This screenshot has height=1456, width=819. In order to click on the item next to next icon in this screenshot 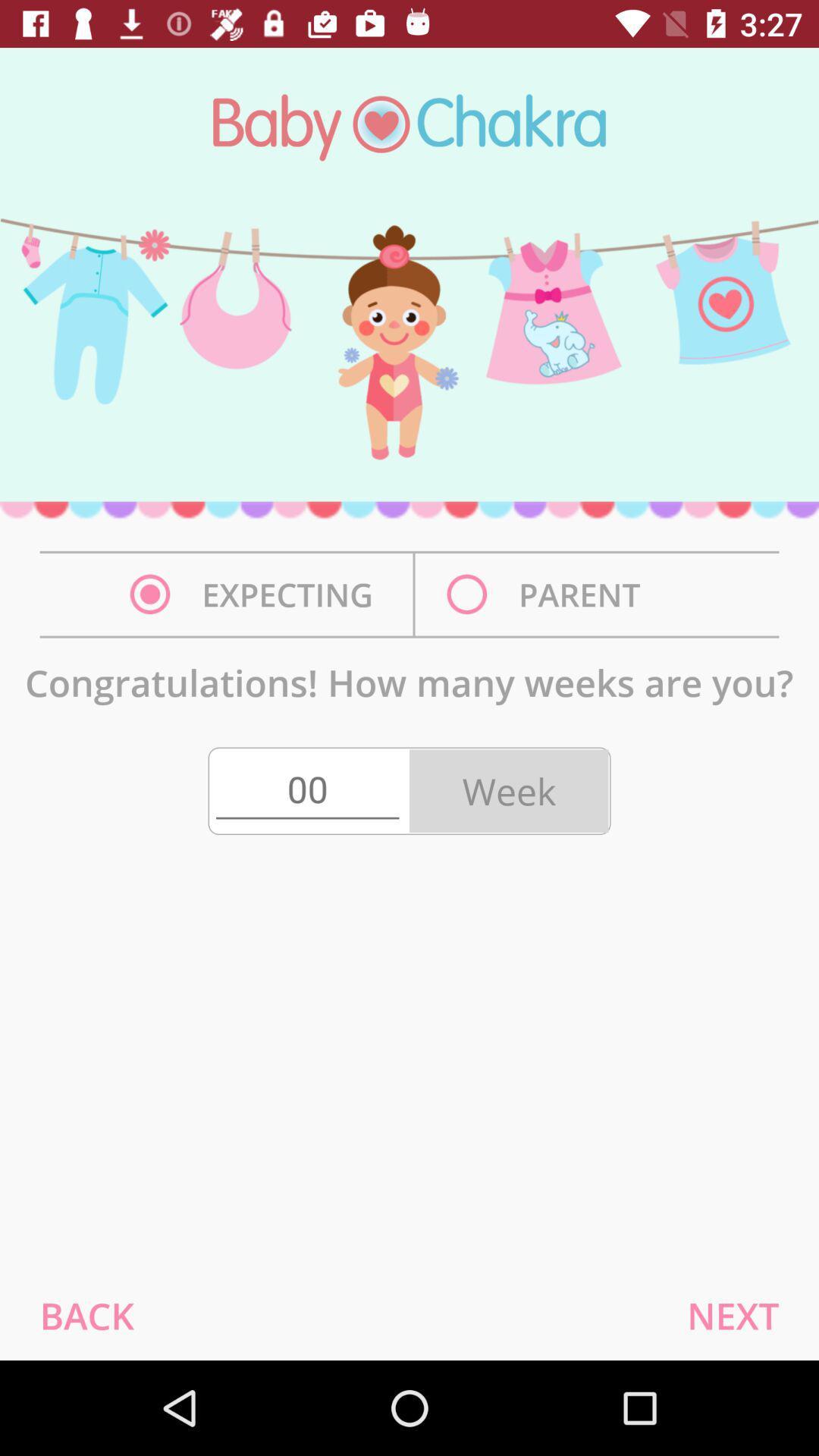, I will do `click(86, 1315)`.